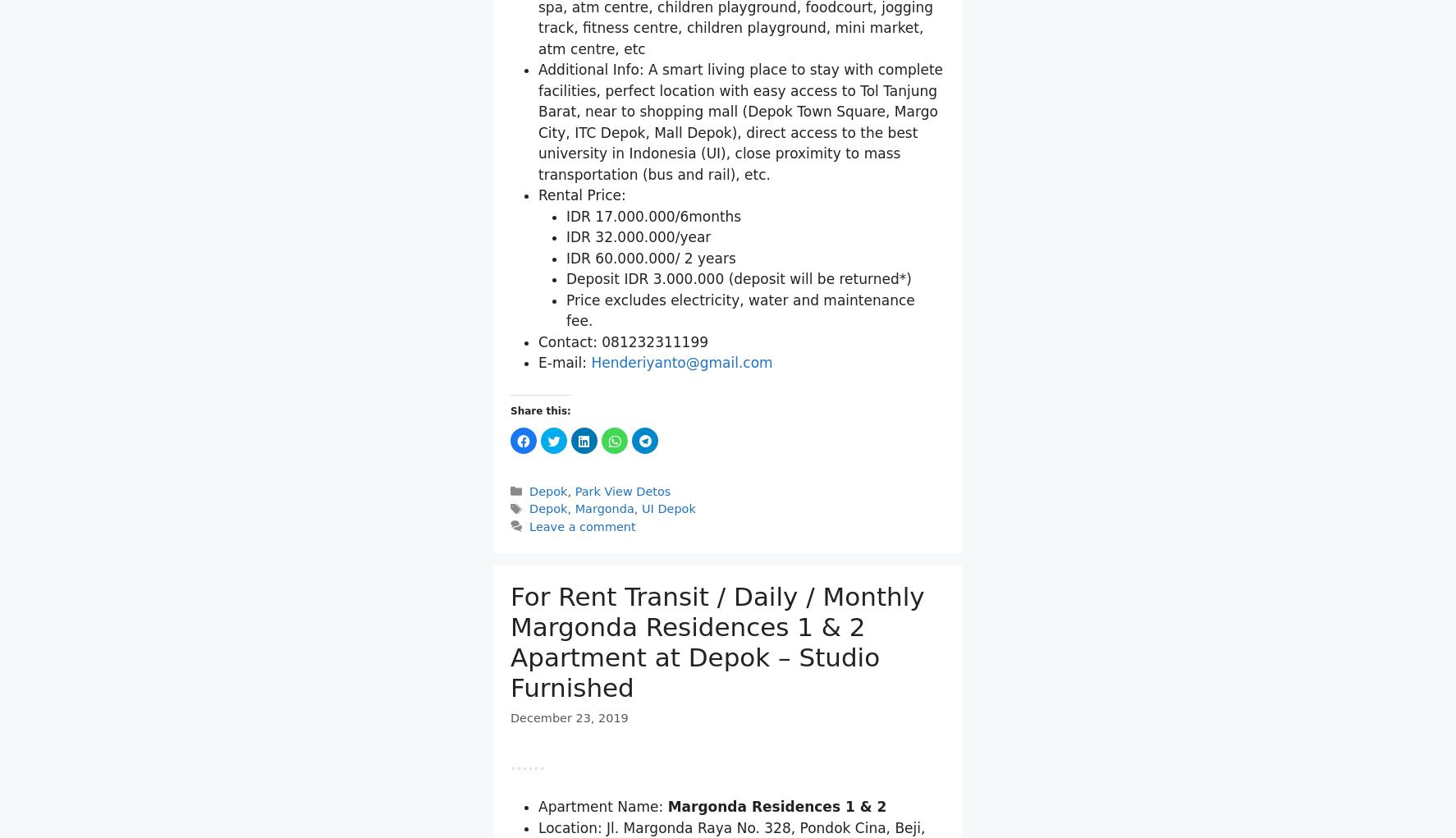 This screenshot has width=1456, height=838. Describe the element at coordinates (538, 30) in the screenshot. I see `'Bedroom: 1 (with 2 bed)'` at that location.